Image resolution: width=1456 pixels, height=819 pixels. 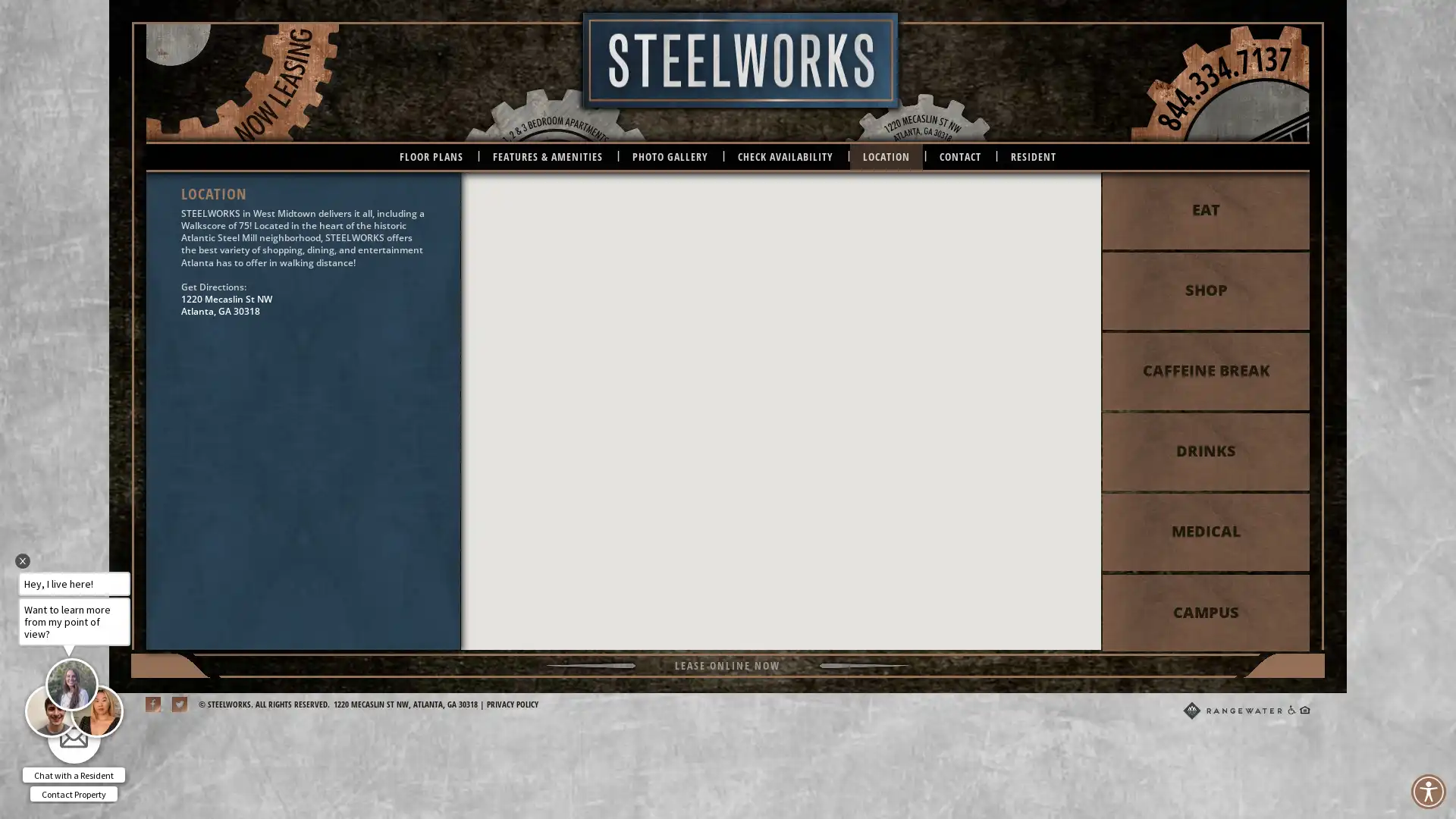 I want to click on Steelworks, so click(x=780, y=397).